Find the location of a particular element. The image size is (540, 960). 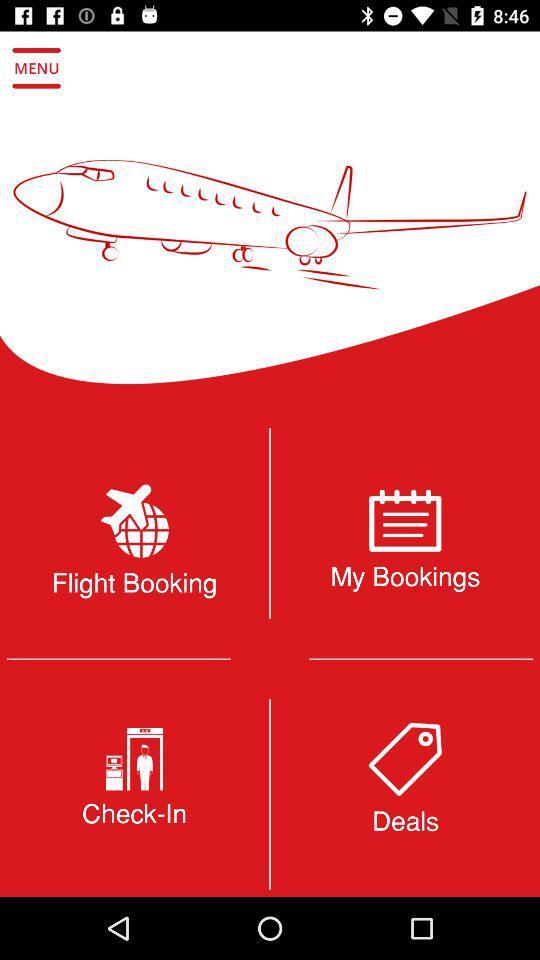

open the menu is located at coordinates (36, 68).